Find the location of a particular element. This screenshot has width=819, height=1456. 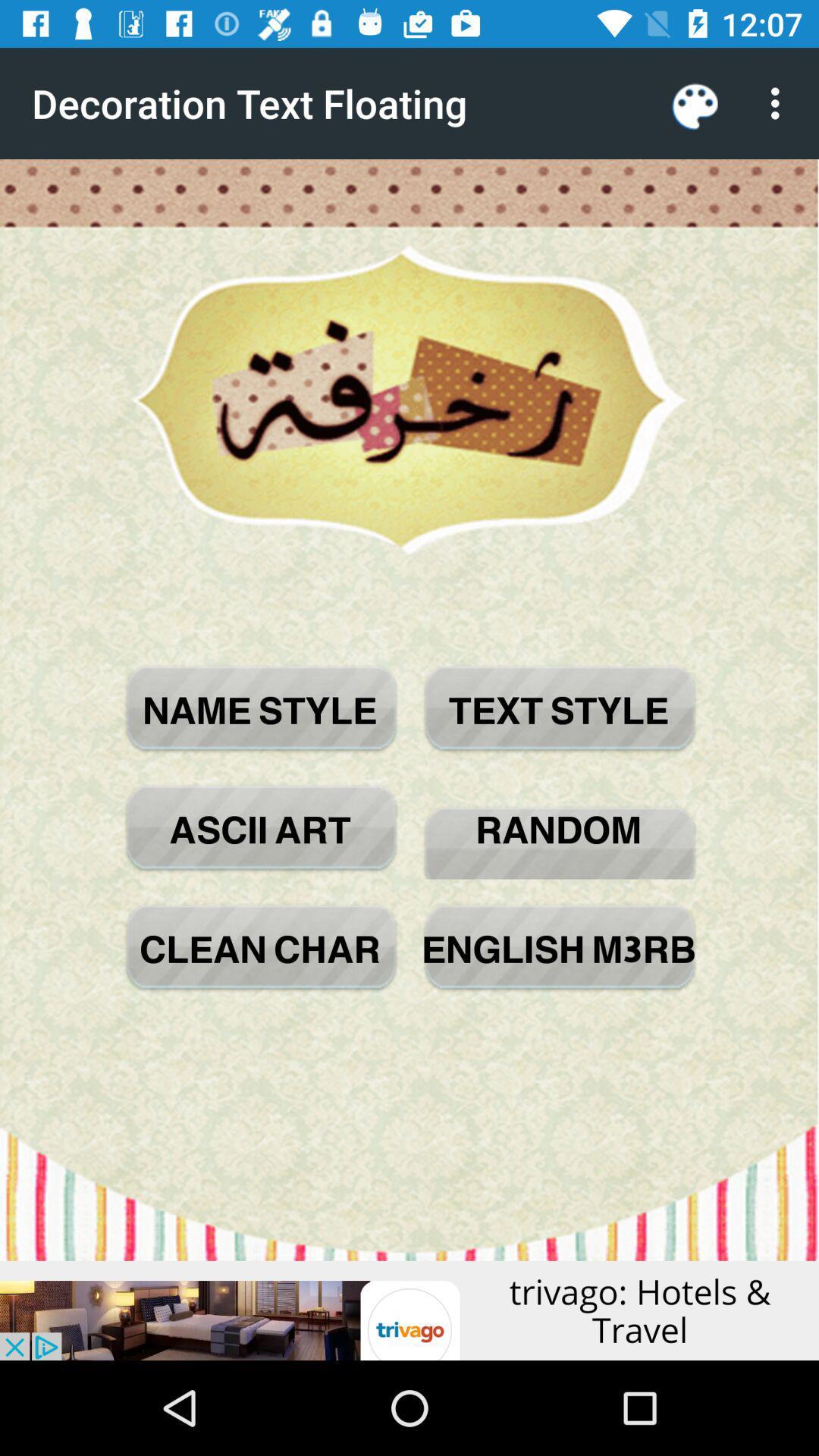

advertisement is located at coordinates (409, 1310).